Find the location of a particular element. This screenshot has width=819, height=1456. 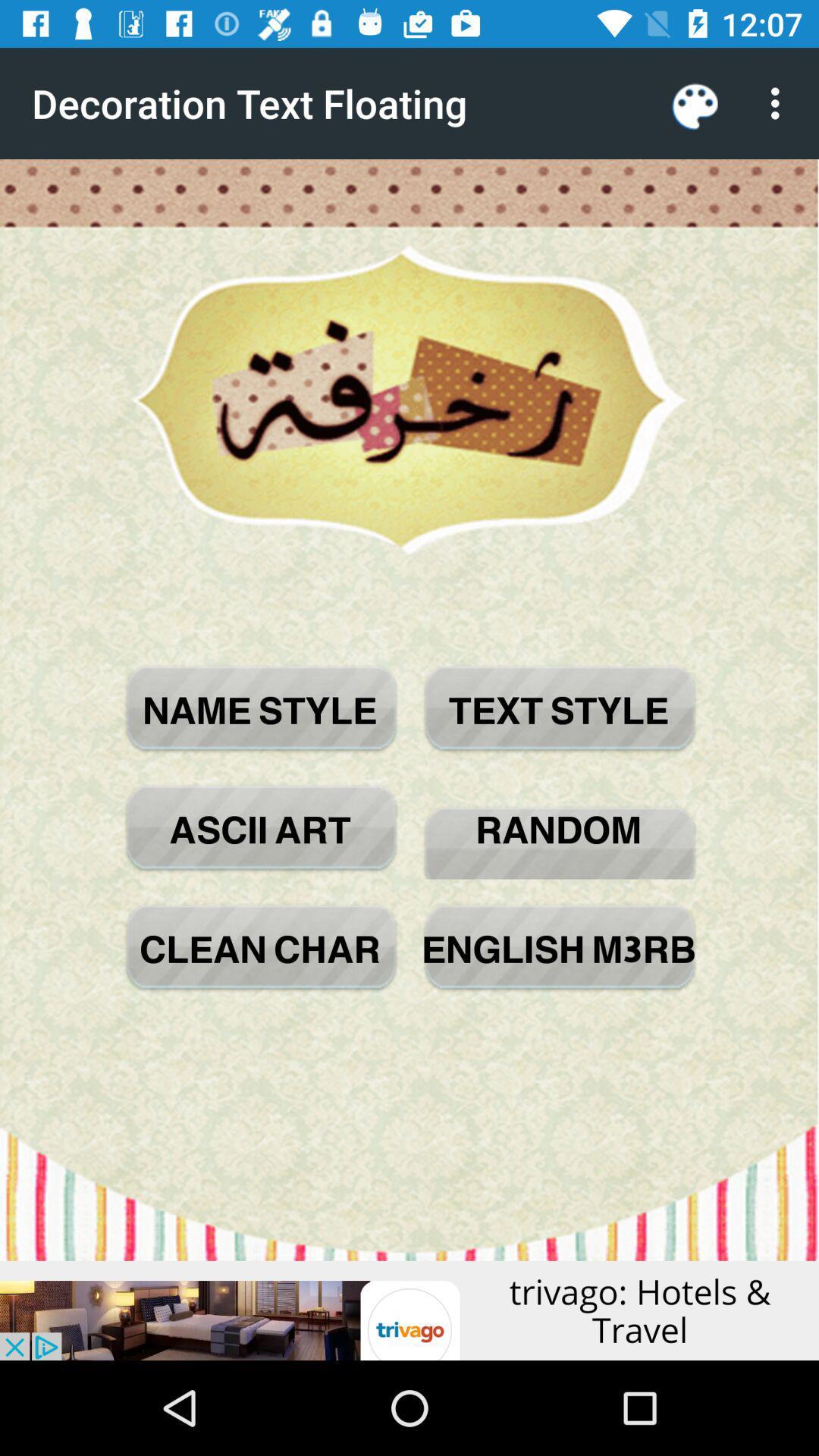

advertisement is located at coordinates (409, 1310).